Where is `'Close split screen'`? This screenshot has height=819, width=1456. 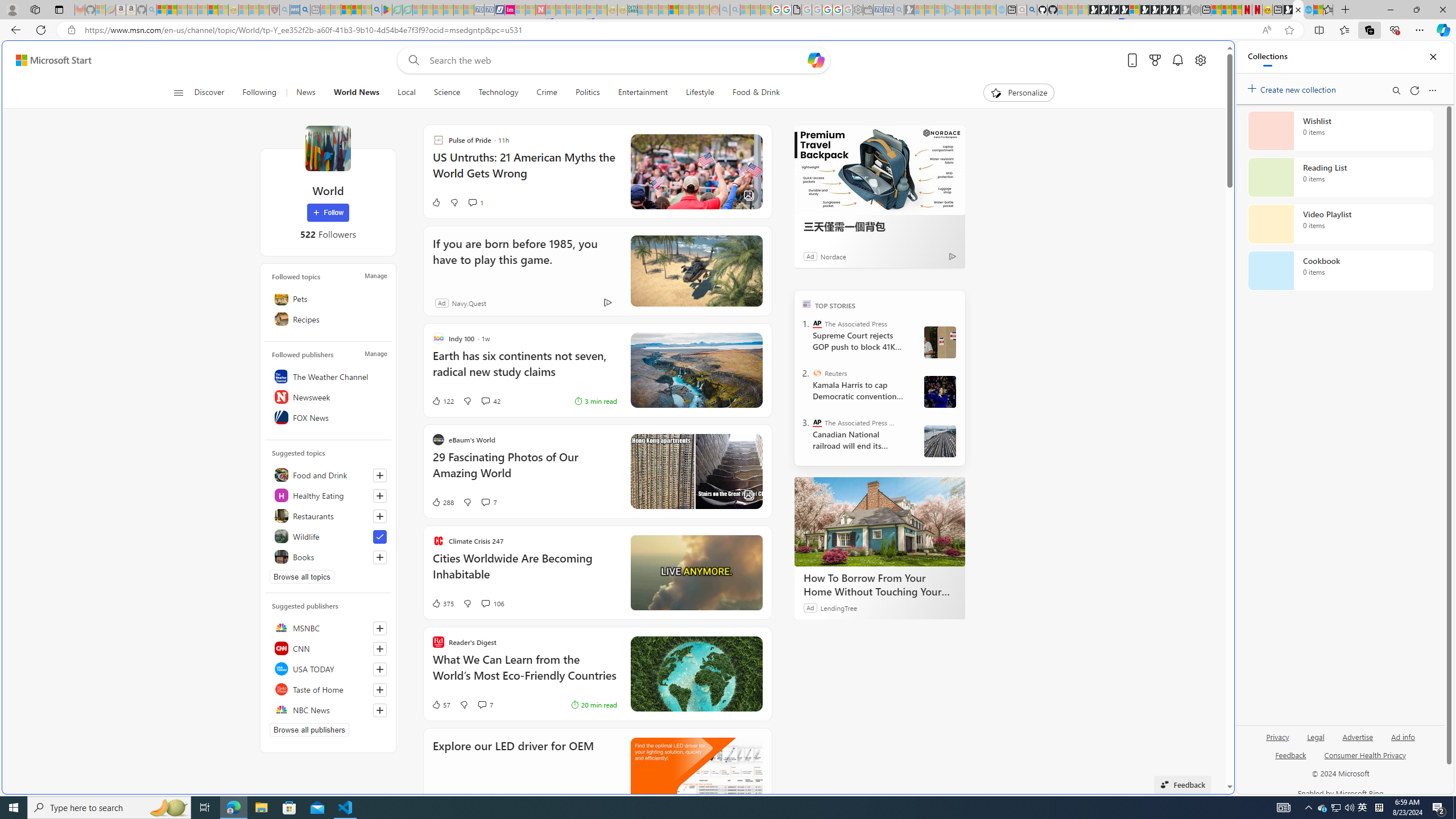 'Close split screen' is located at coordinates (1207, 57).